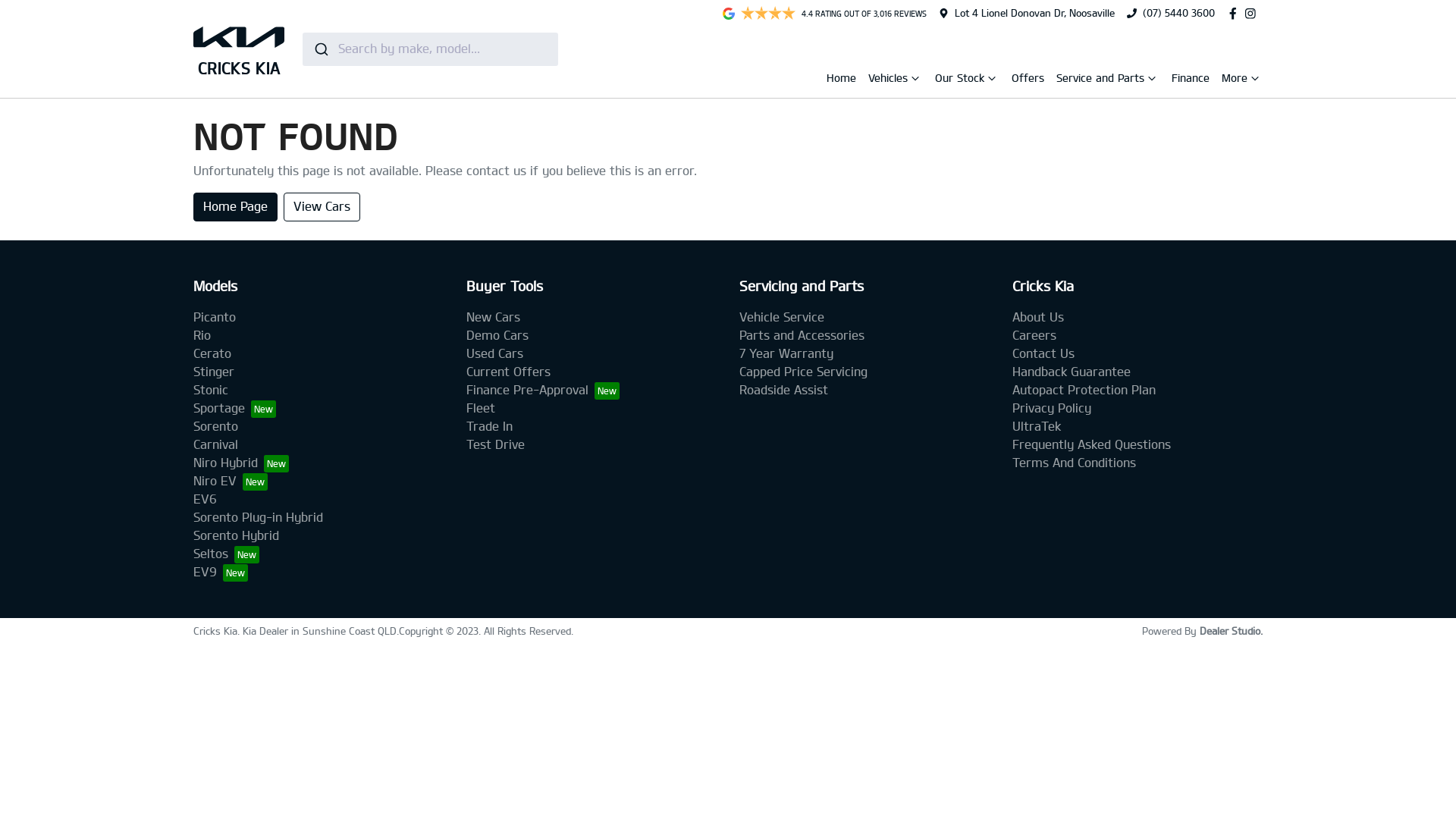 This screenshot has height=819, width=1456. What do you see at coordinates (321, 207) in the screenshot?
I see `'View Cars'` at bounding box center [321, 207].